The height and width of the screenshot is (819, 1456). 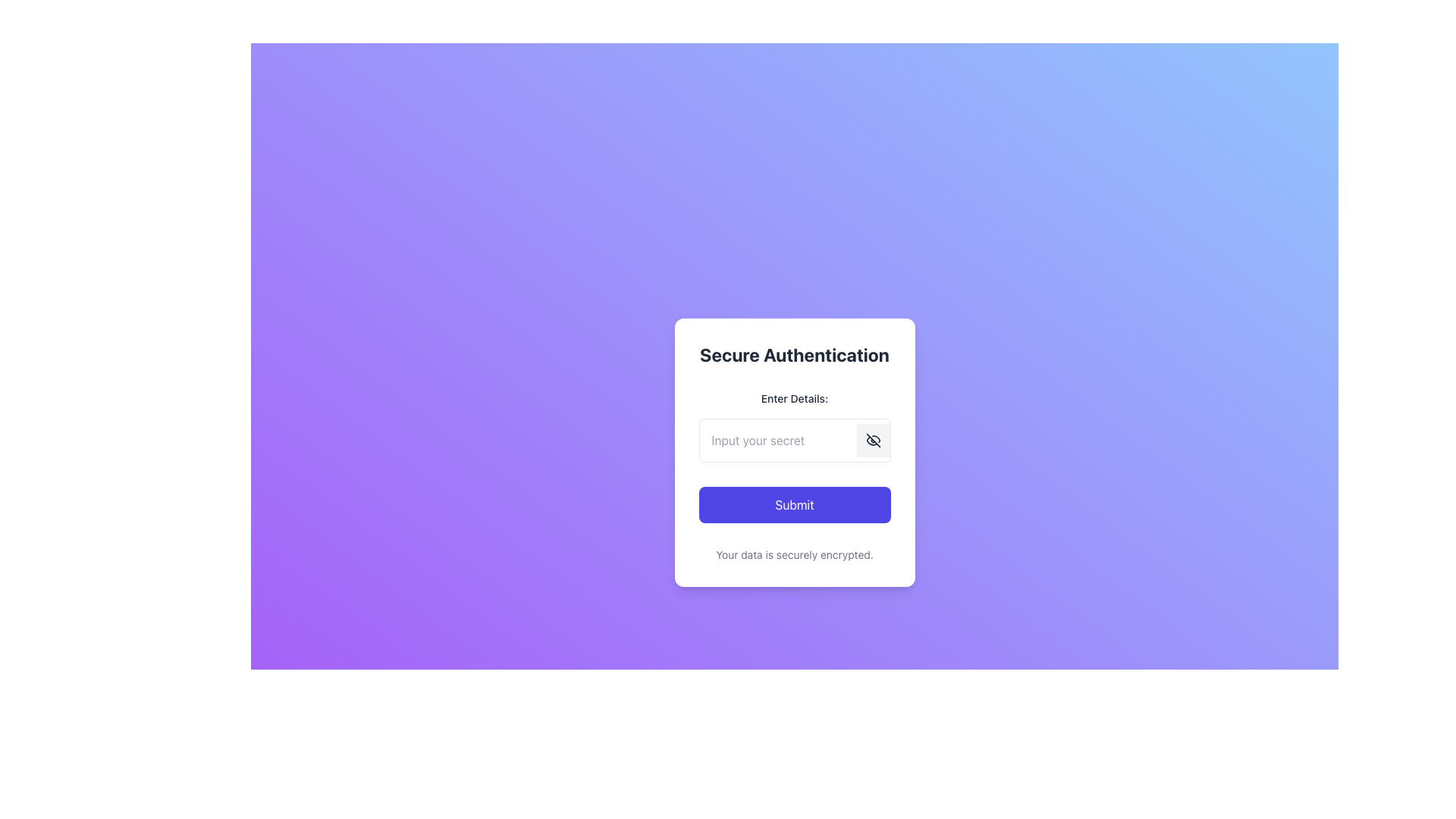 What do you see at coordinates (793, 555) in the screenshot?
I see `the informational text at the bottom of the card, which assures users about data security and is located directly below the 'Submit' button` at bounding box center [793, 555].